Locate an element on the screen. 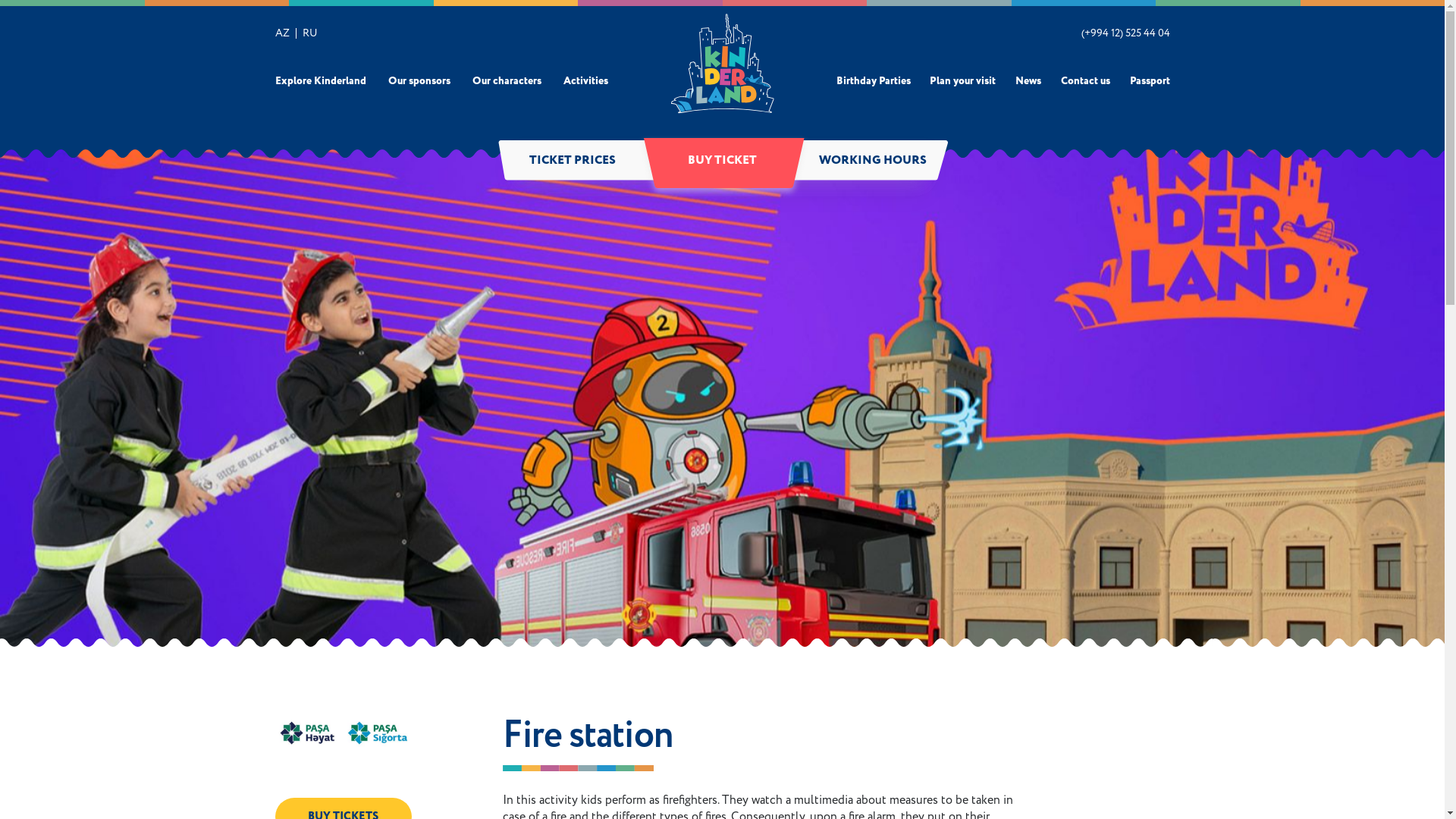 The height and width of the screenshot is (819, 1456). 'RU' is located at coordinates (309, 33).